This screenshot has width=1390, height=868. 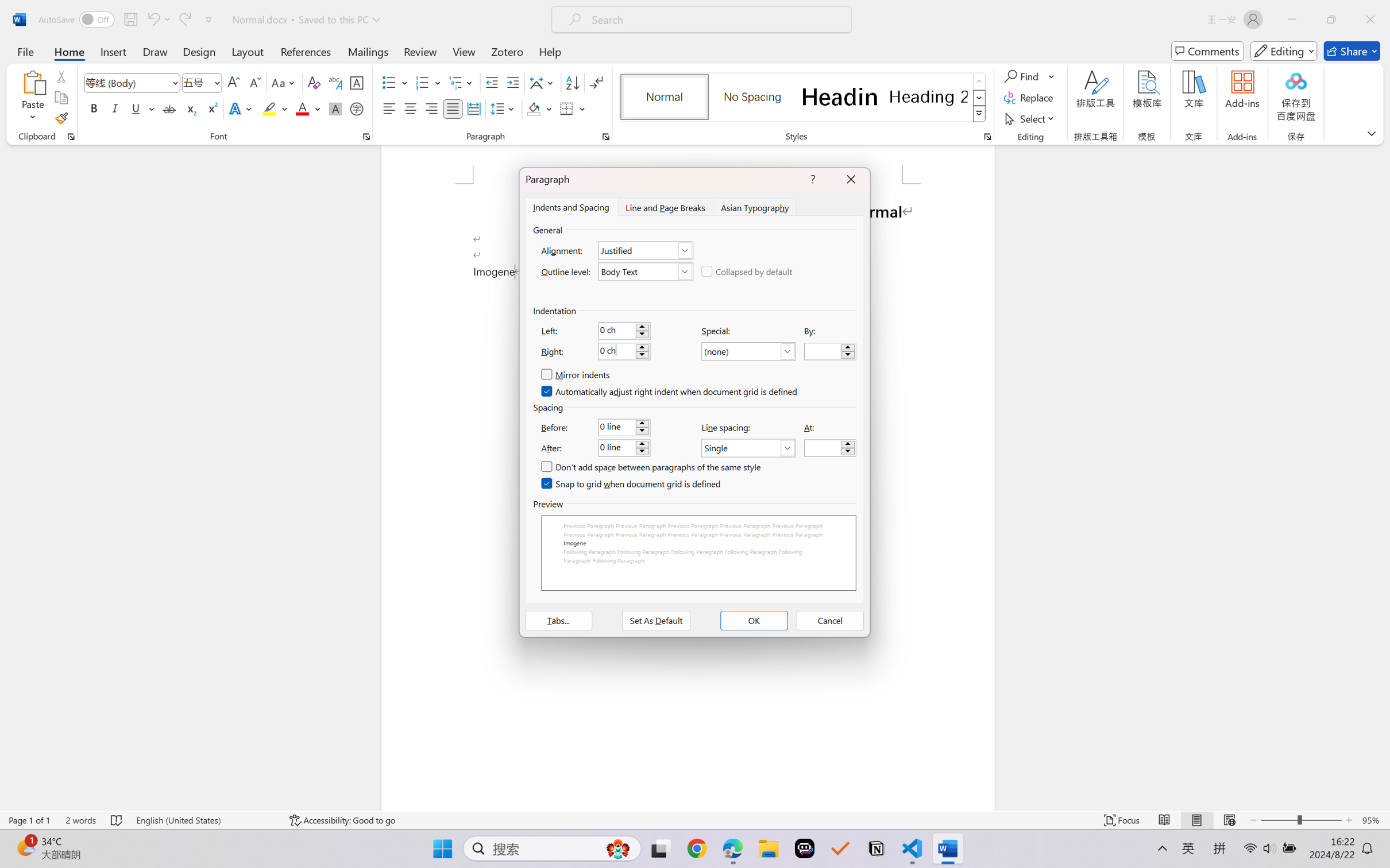 I want to click on 'Class: MsoCommandBar', so click(x=695, y=820).